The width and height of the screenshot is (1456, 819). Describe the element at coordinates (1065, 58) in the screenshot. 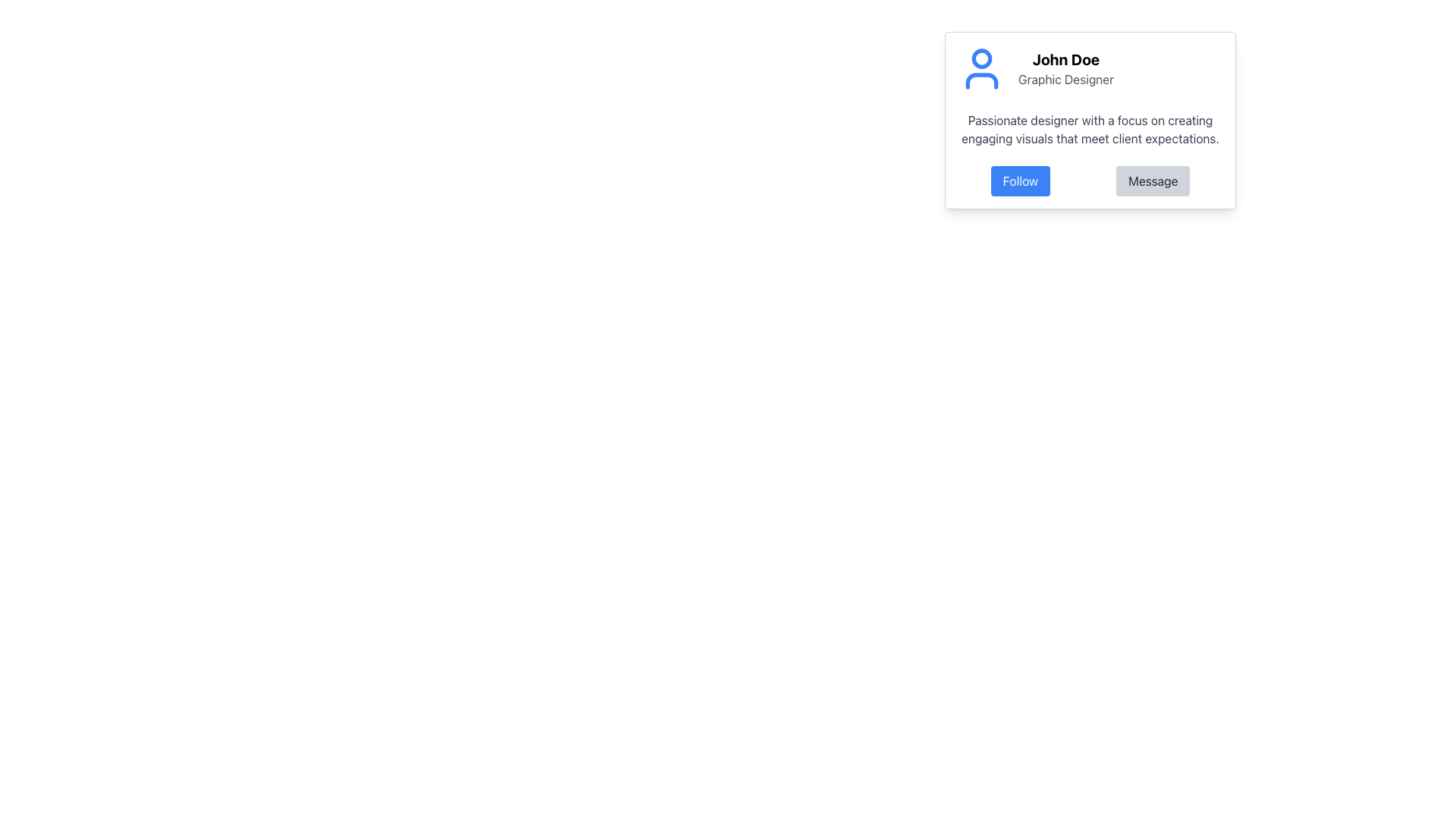

I see `name label that indicates the profile name of the individual, positioned above the 'Graphic Designer' text in the interface` at that location.